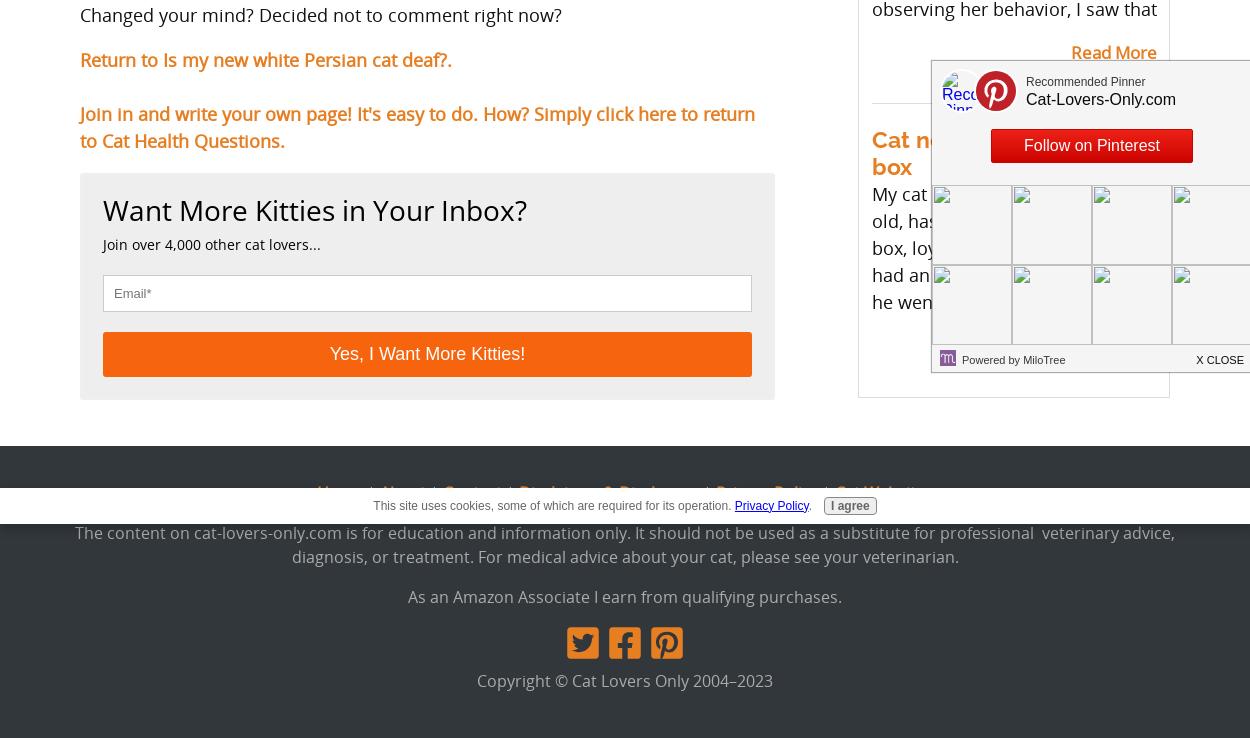 This screenshot has width=1250, height=738. Describe the element at coordinates (755, 678) in the screenshot. I see `'2023'` at that location.